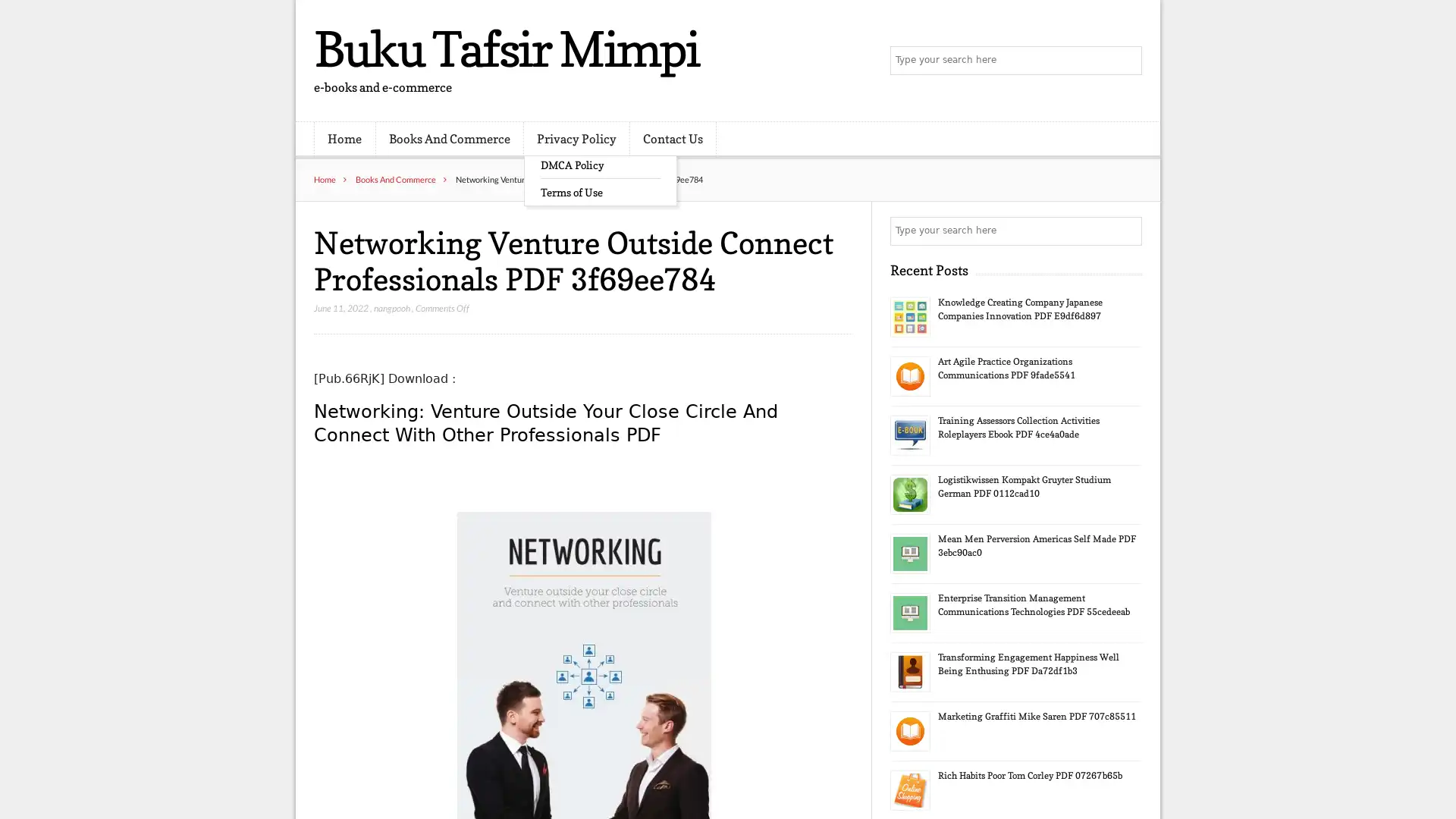  I want to click on Search, so click(1126, 61).